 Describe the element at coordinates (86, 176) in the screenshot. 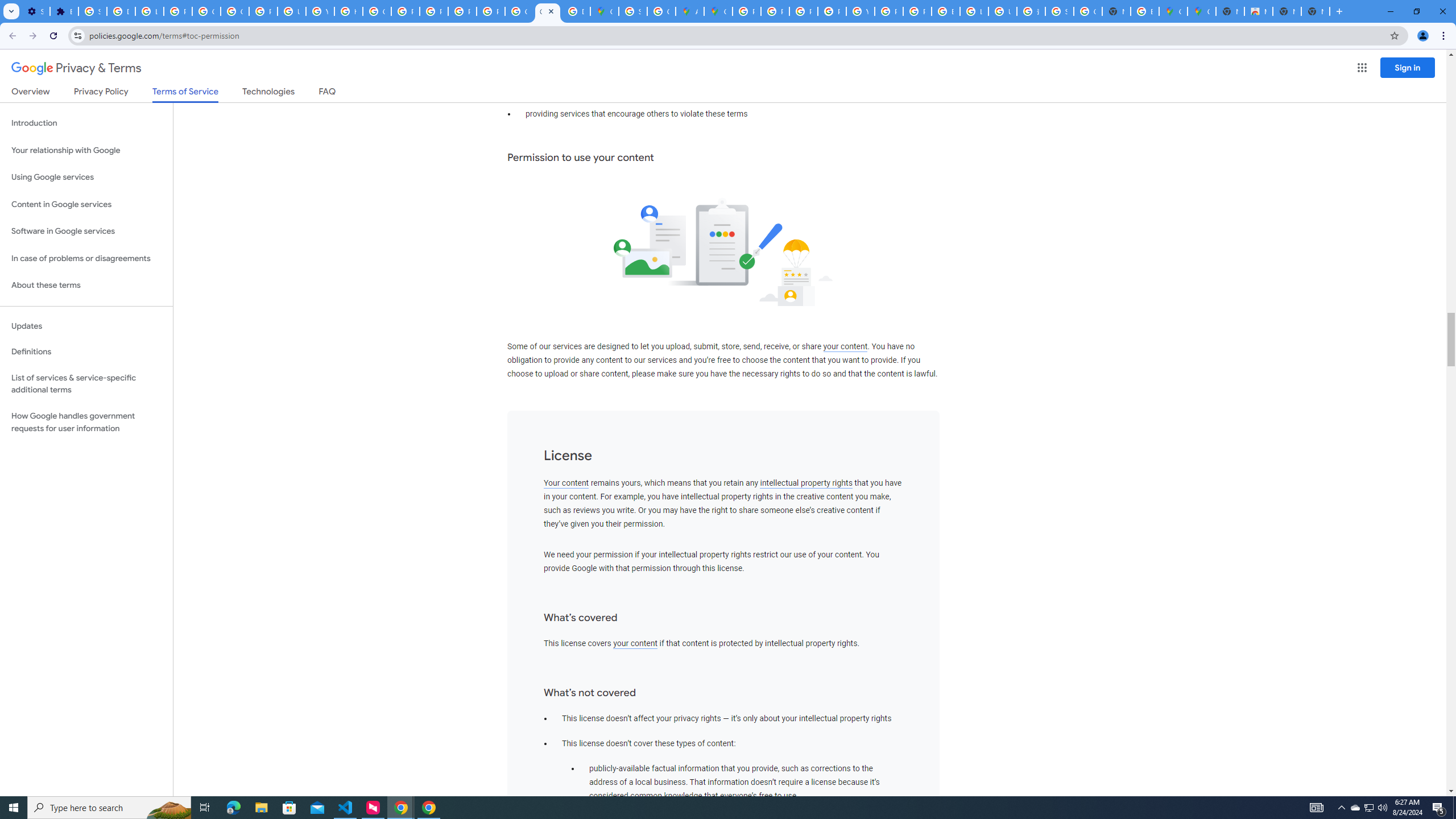

I see `'Using Google services'` at that location.